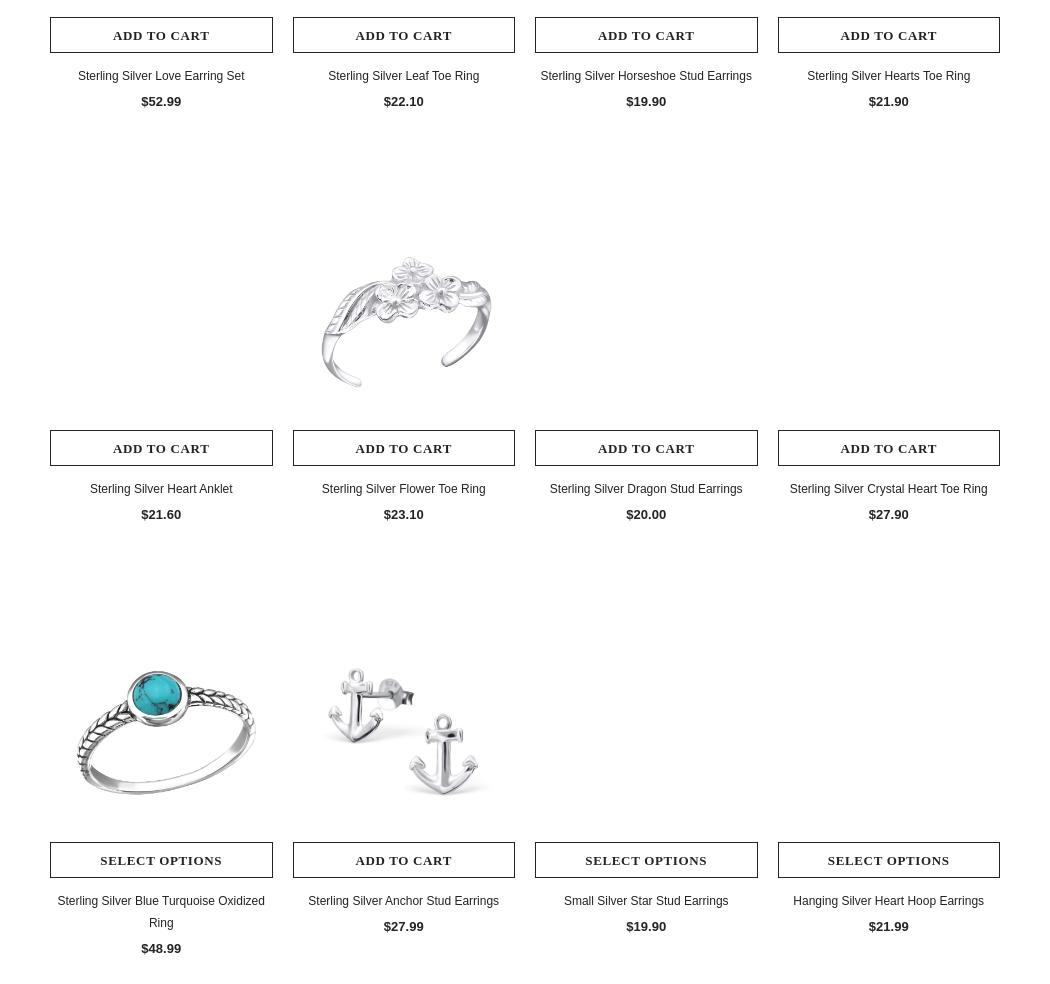  Describe the element at coordinates (403, 74) in the screenshot. I see `'Sterling Silver Leaf Toe Ring'` at that location.